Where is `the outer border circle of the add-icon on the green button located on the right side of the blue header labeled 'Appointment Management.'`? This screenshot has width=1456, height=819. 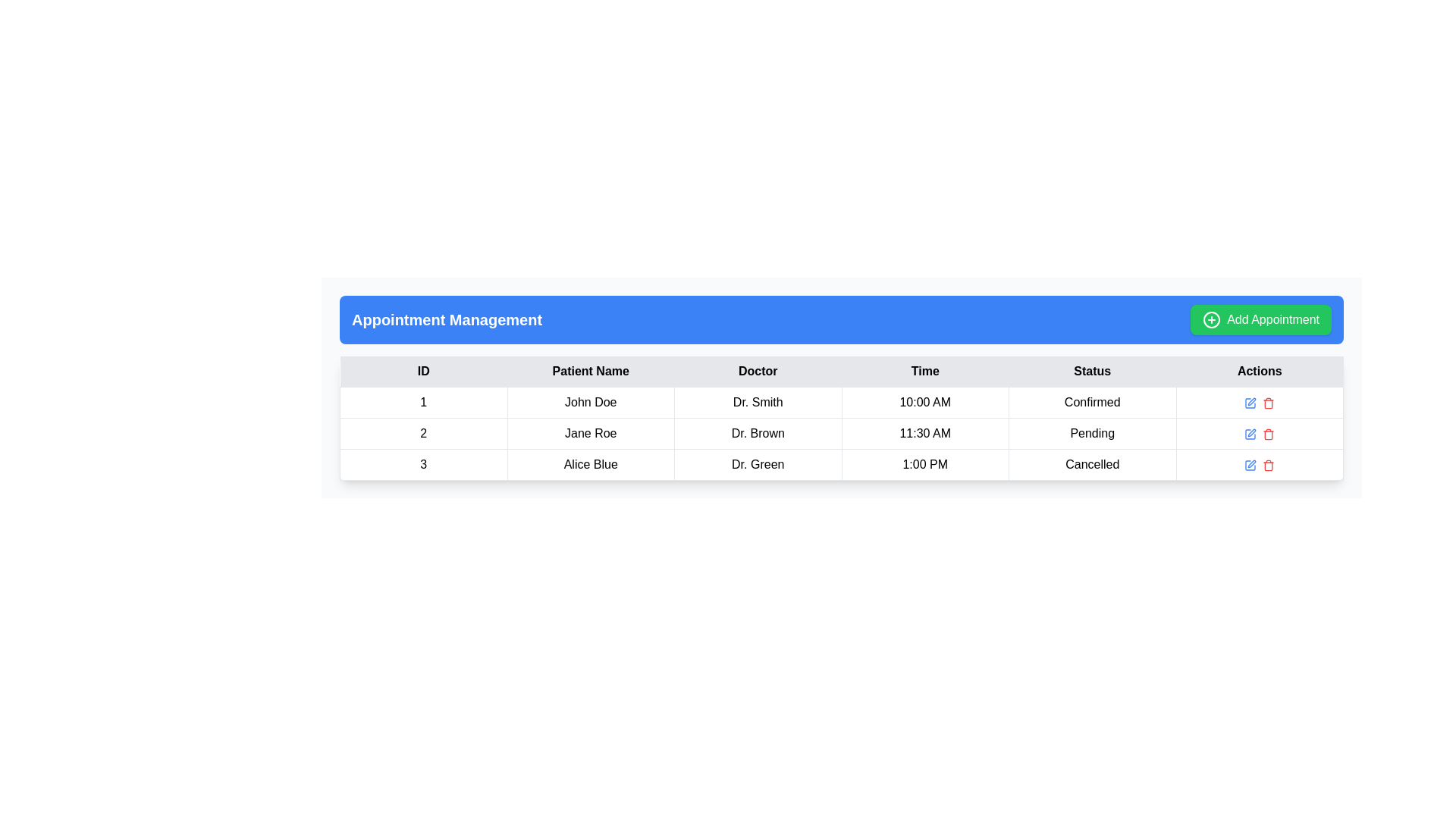
the outer border circle of the add-icon on the green button located on the right side of the blue header labeled 'Appointment Management.' is located at coordinates (1211, 318).